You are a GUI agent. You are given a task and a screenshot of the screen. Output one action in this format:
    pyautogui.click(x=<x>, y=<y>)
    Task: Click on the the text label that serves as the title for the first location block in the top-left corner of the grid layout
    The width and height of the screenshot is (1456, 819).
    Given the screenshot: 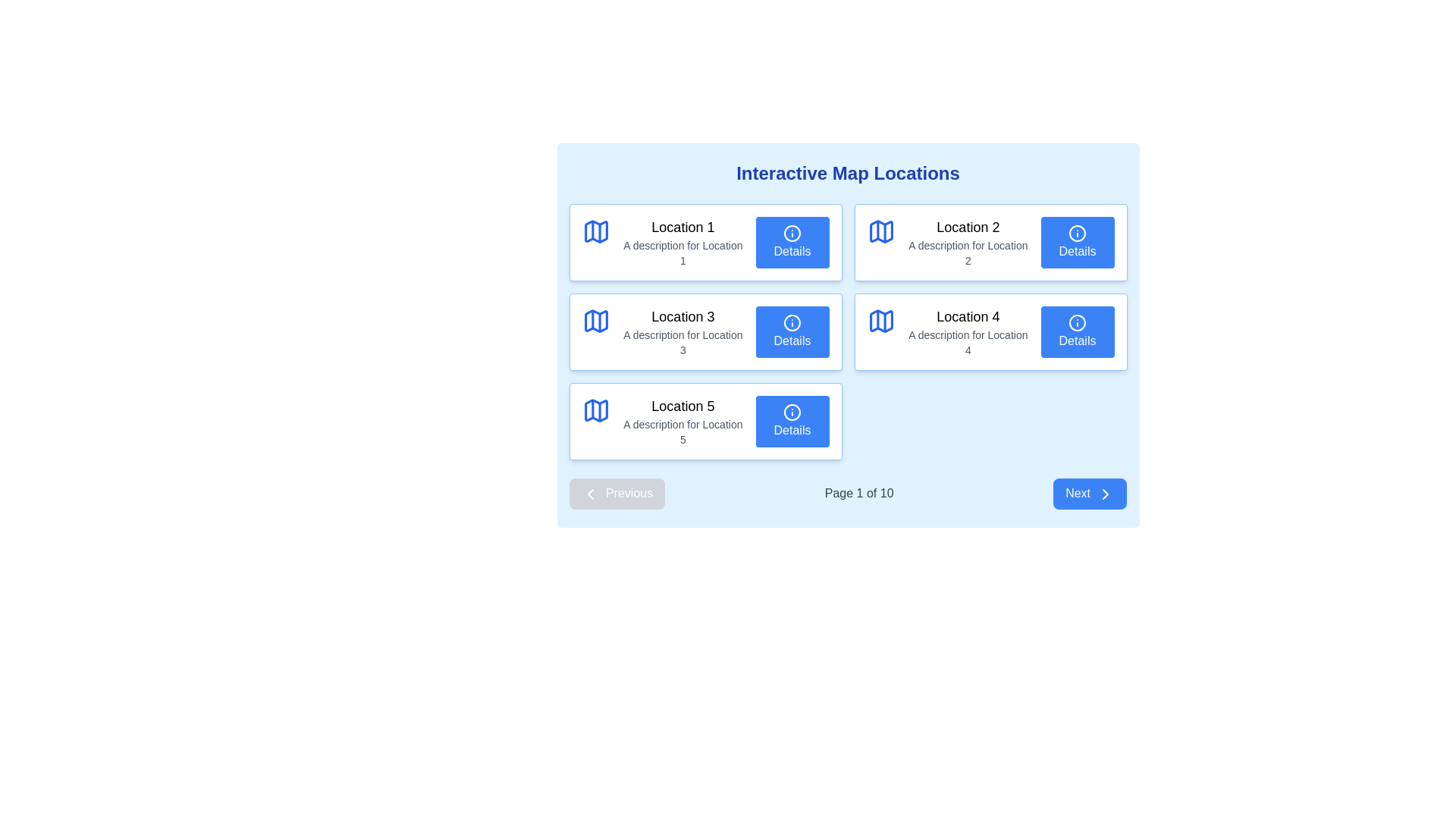 What is the action you would take?
    pyautogui.click(x=682, y=227)
    